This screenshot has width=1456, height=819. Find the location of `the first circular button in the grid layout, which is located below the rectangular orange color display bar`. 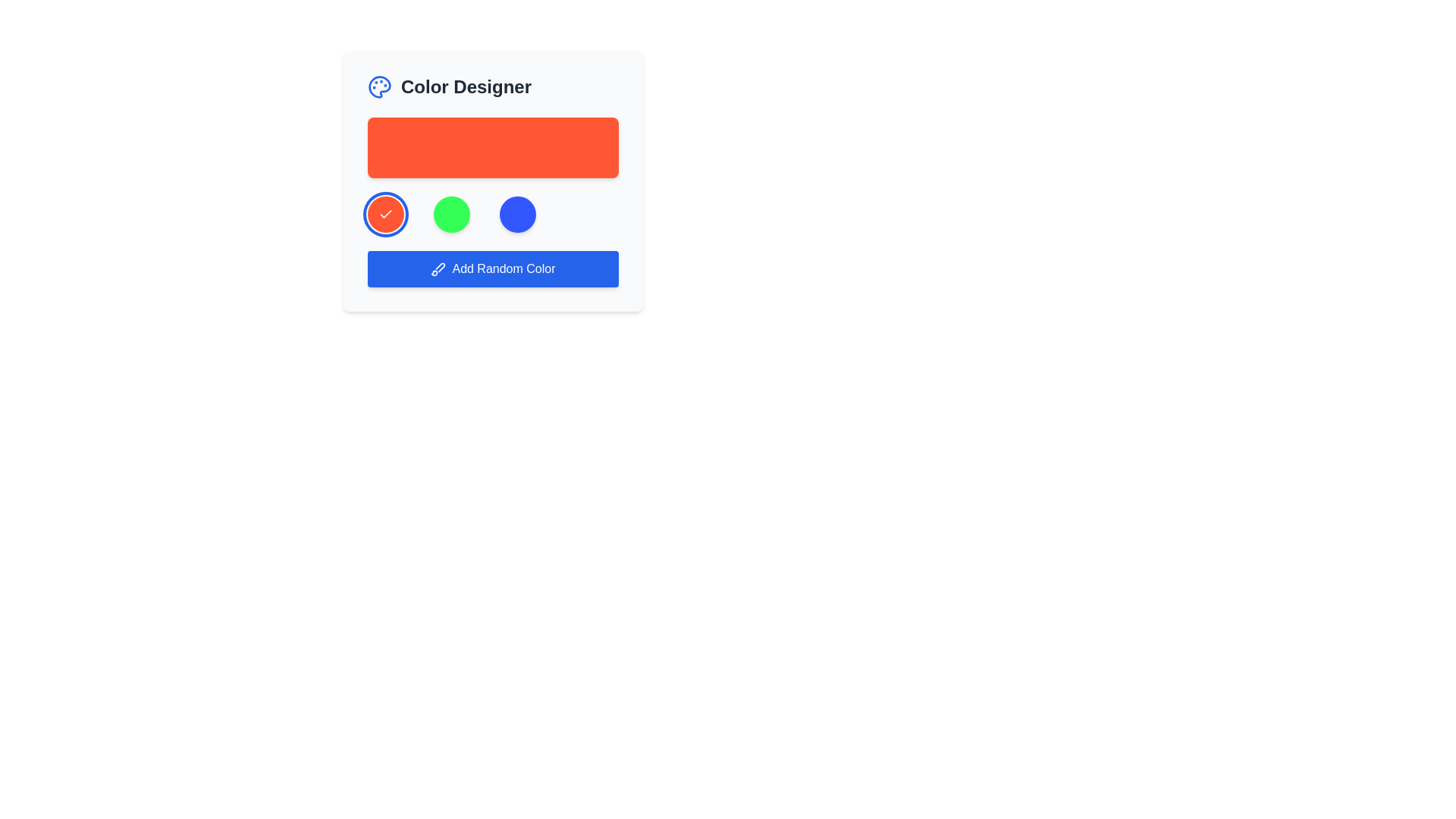

the first circular button in the grid layout, which is located below the rectangular orange color display bar is located at coordinates (385, 214).